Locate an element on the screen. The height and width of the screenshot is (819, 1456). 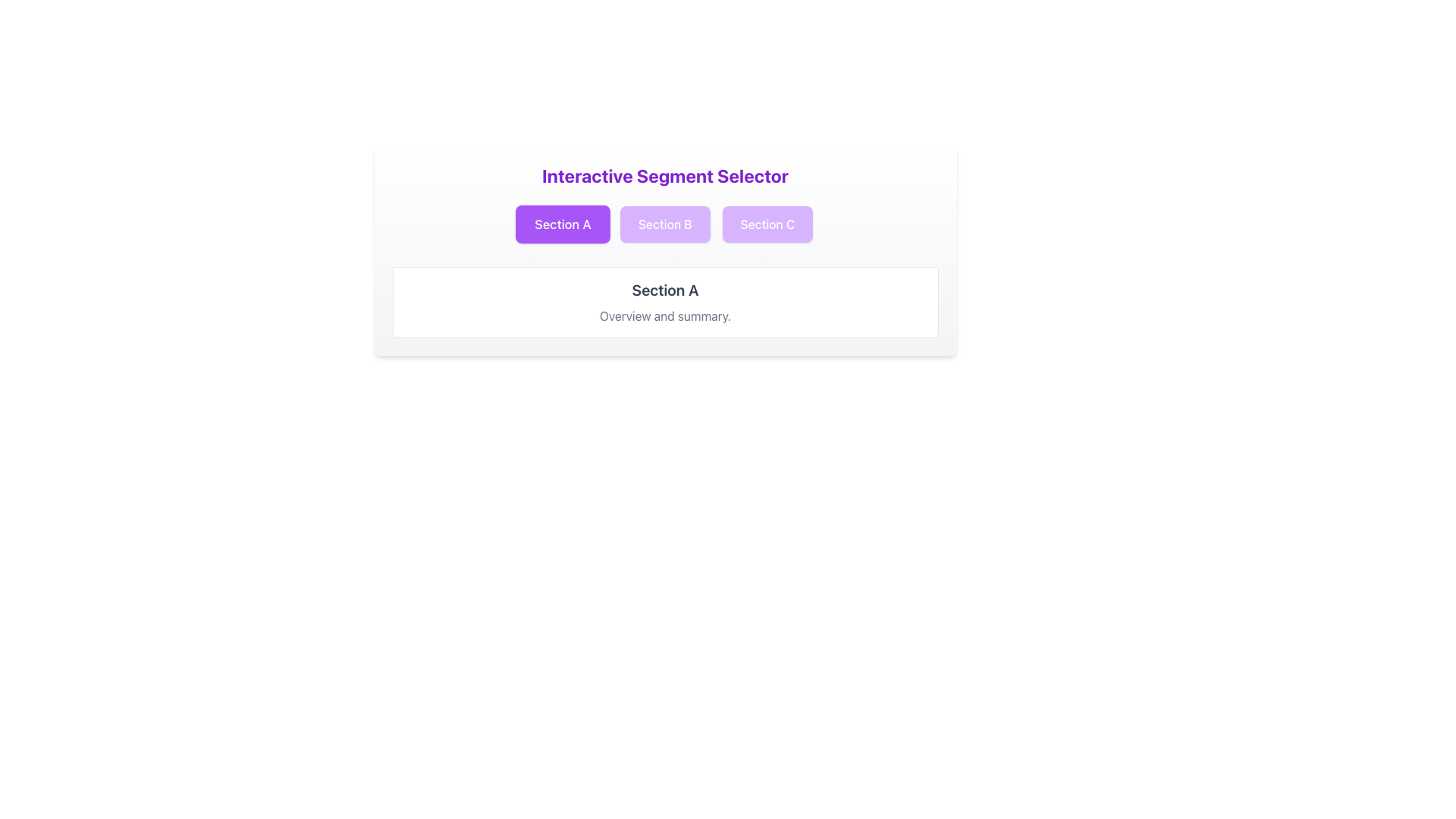
the static informational text located within a white box with a gray border and rounded corners, positioned directly below the 'Section A' title is located at coordinates (665, 315).